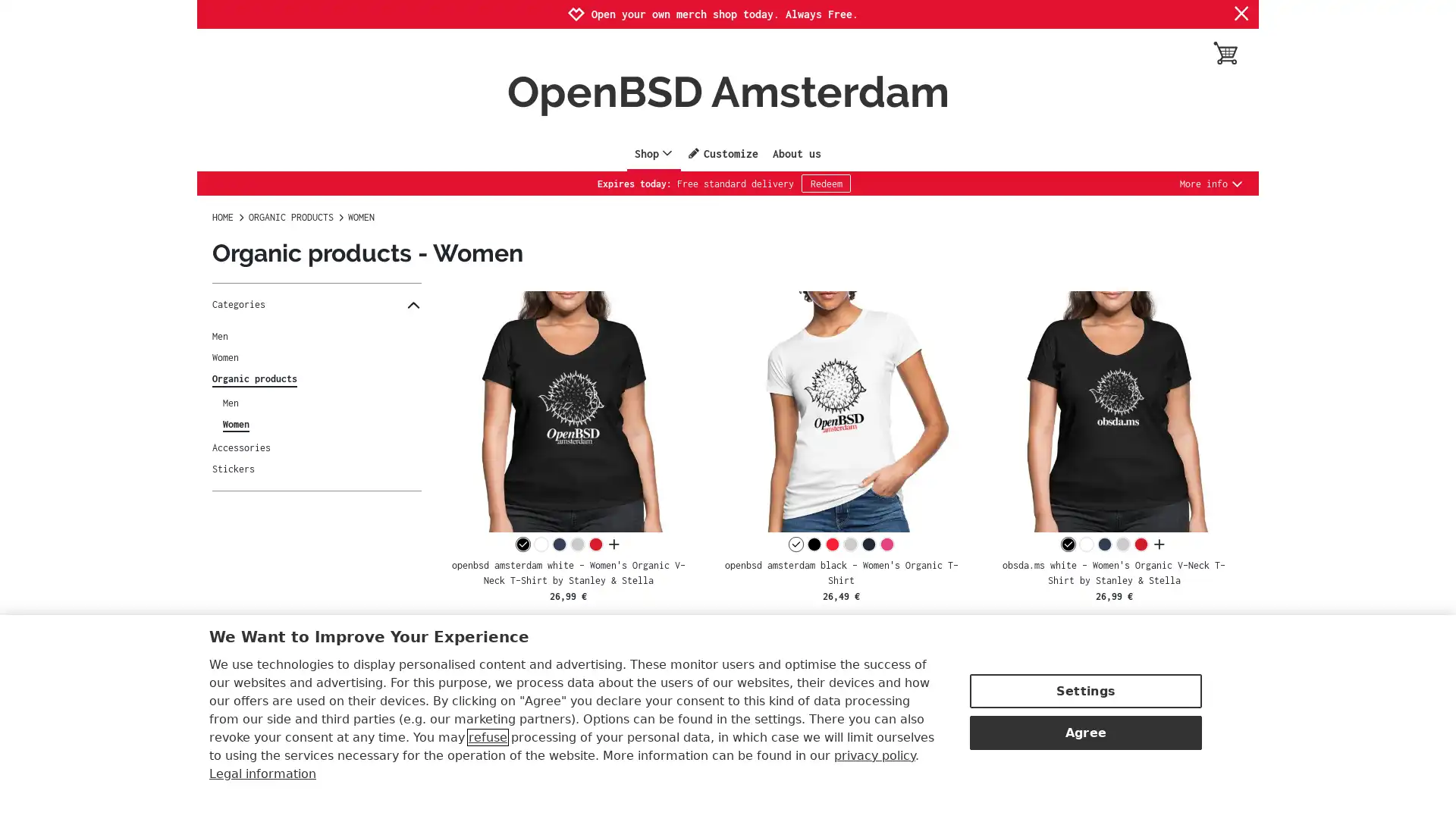  I want to click on red, so click(1141, 544).